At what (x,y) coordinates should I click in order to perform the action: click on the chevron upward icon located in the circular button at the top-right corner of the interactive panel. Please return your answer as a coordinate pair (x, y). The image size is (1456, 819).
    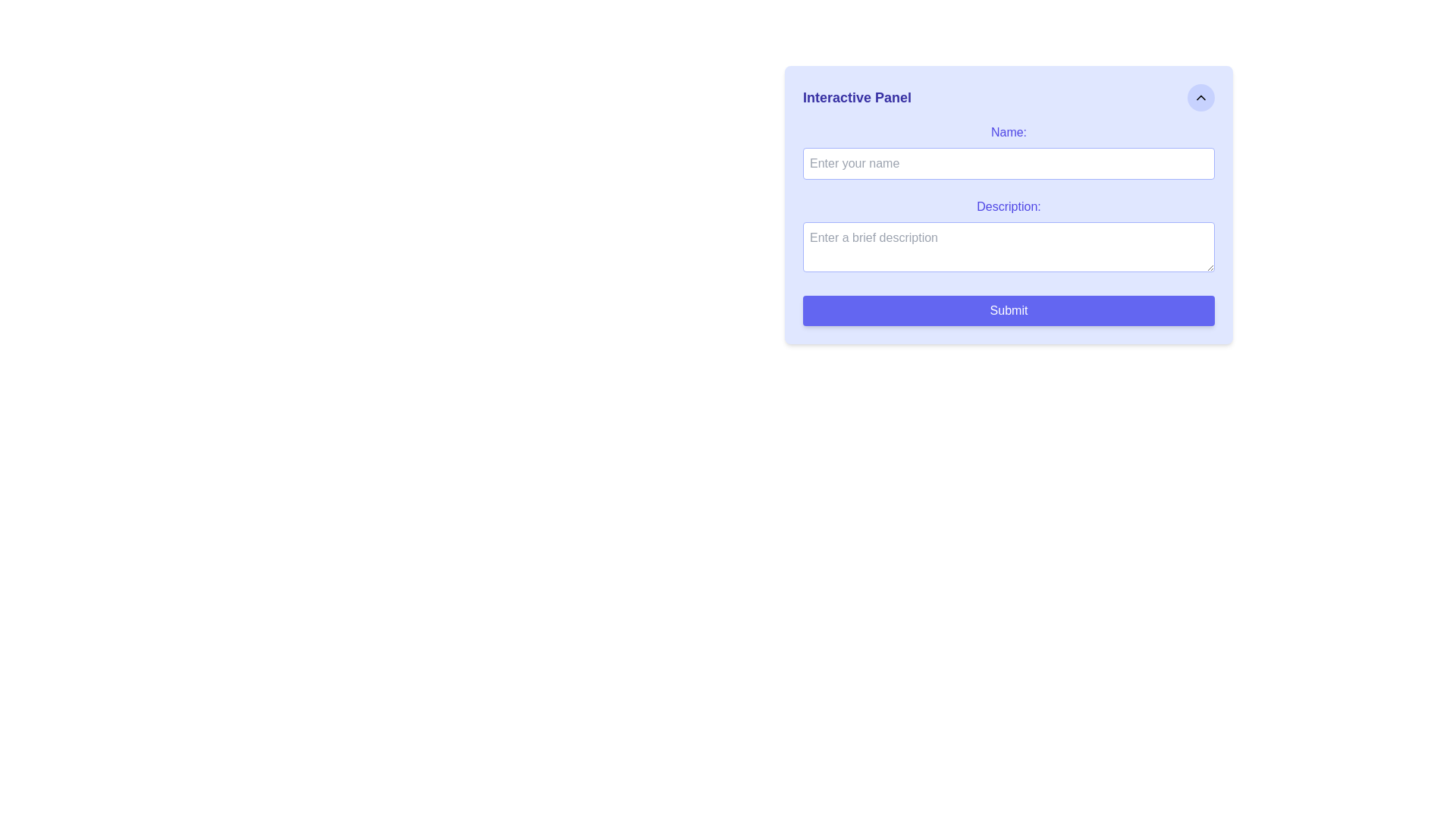
    Looking at the image, I should click on (1200, 97).